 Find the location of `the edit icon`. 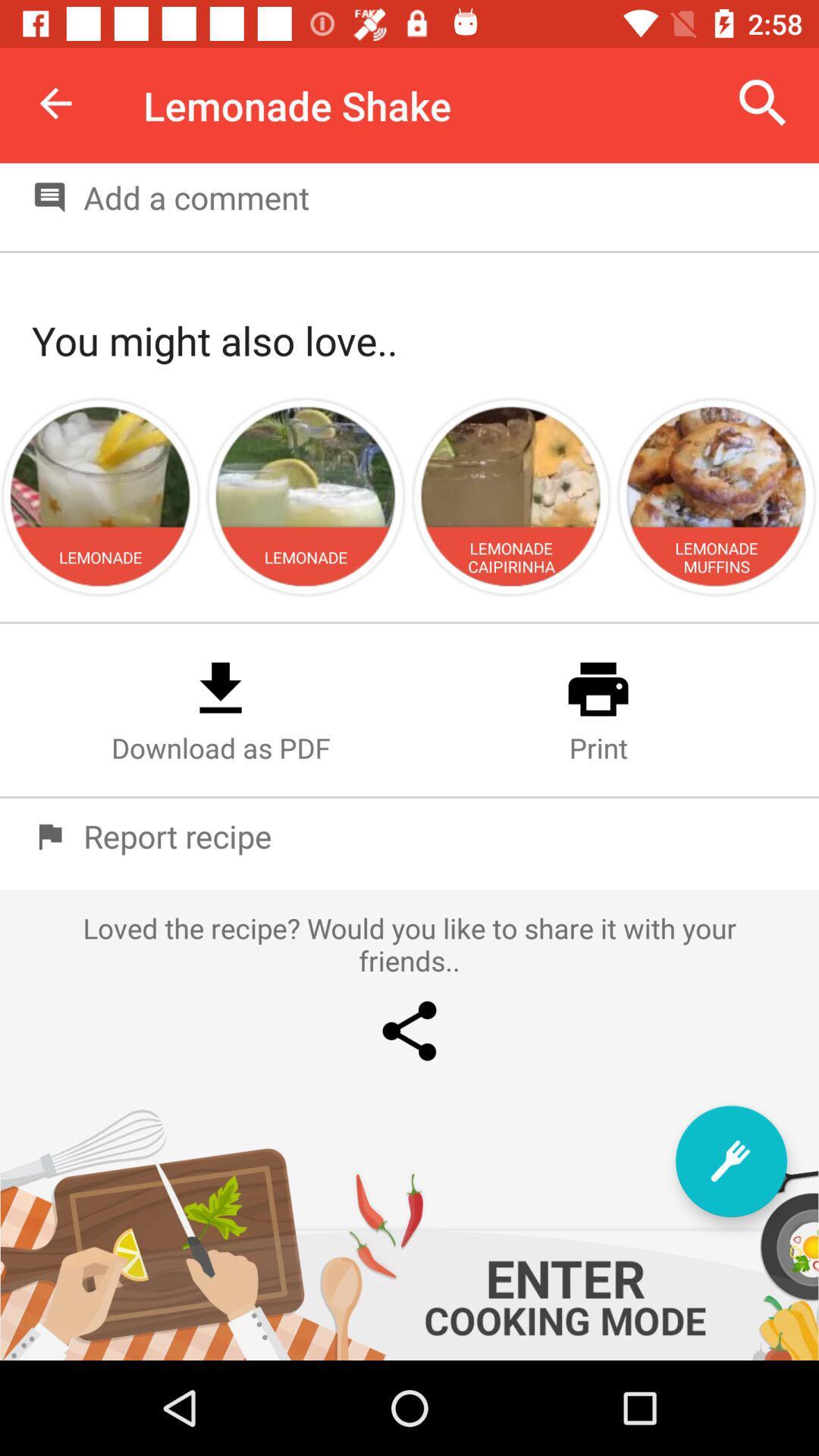

the edit icon is located at coordinates (730, 1160).